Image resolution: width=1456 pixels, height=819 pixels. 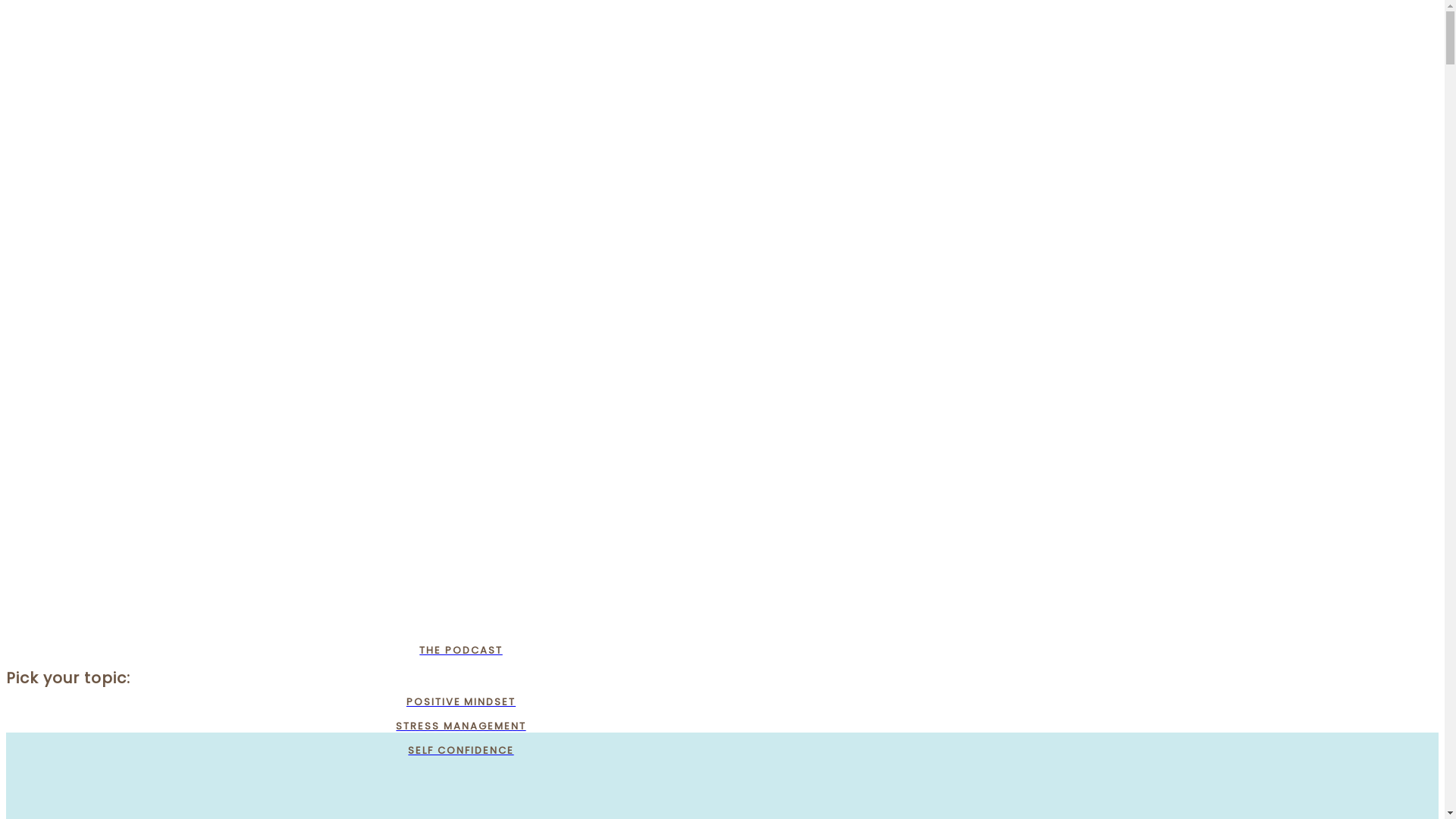 What do you see at coordinates (460, 701) in the screenshot?
I see `'POSITIVE MINDSET'` at bounding box center [460, 701].